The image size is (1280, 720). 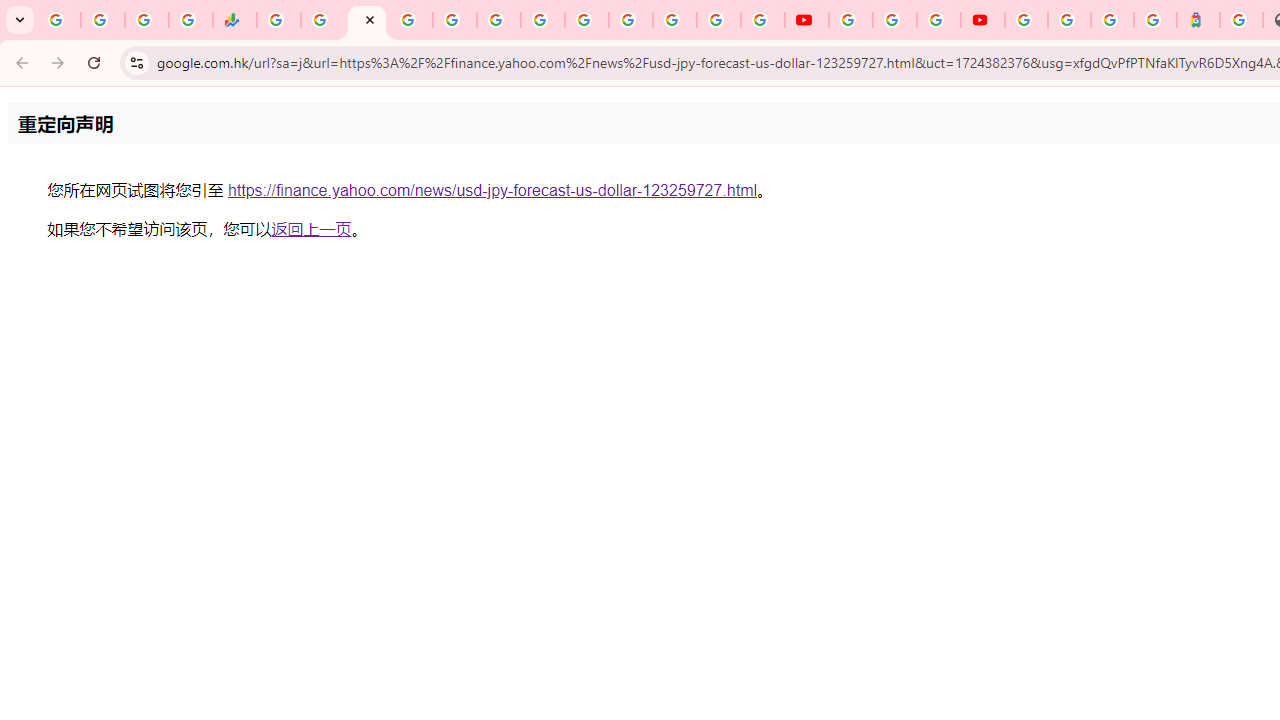 I want to click on 'Atour Hotel - Google hotels', so click(x=1198, y=20).